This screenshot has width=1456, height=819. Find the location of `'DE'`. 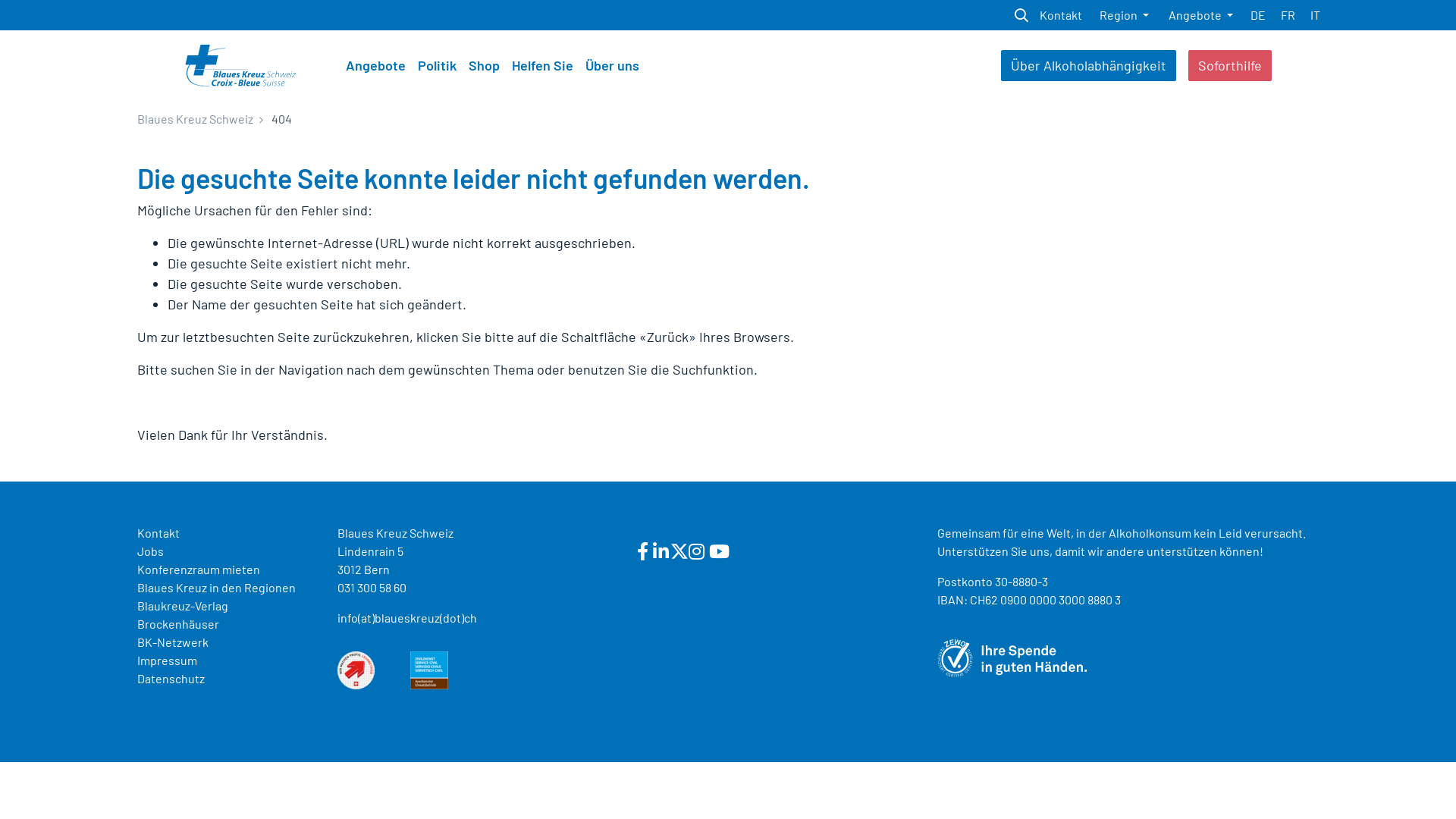

'DE' is located at coordinates (1258, 14).